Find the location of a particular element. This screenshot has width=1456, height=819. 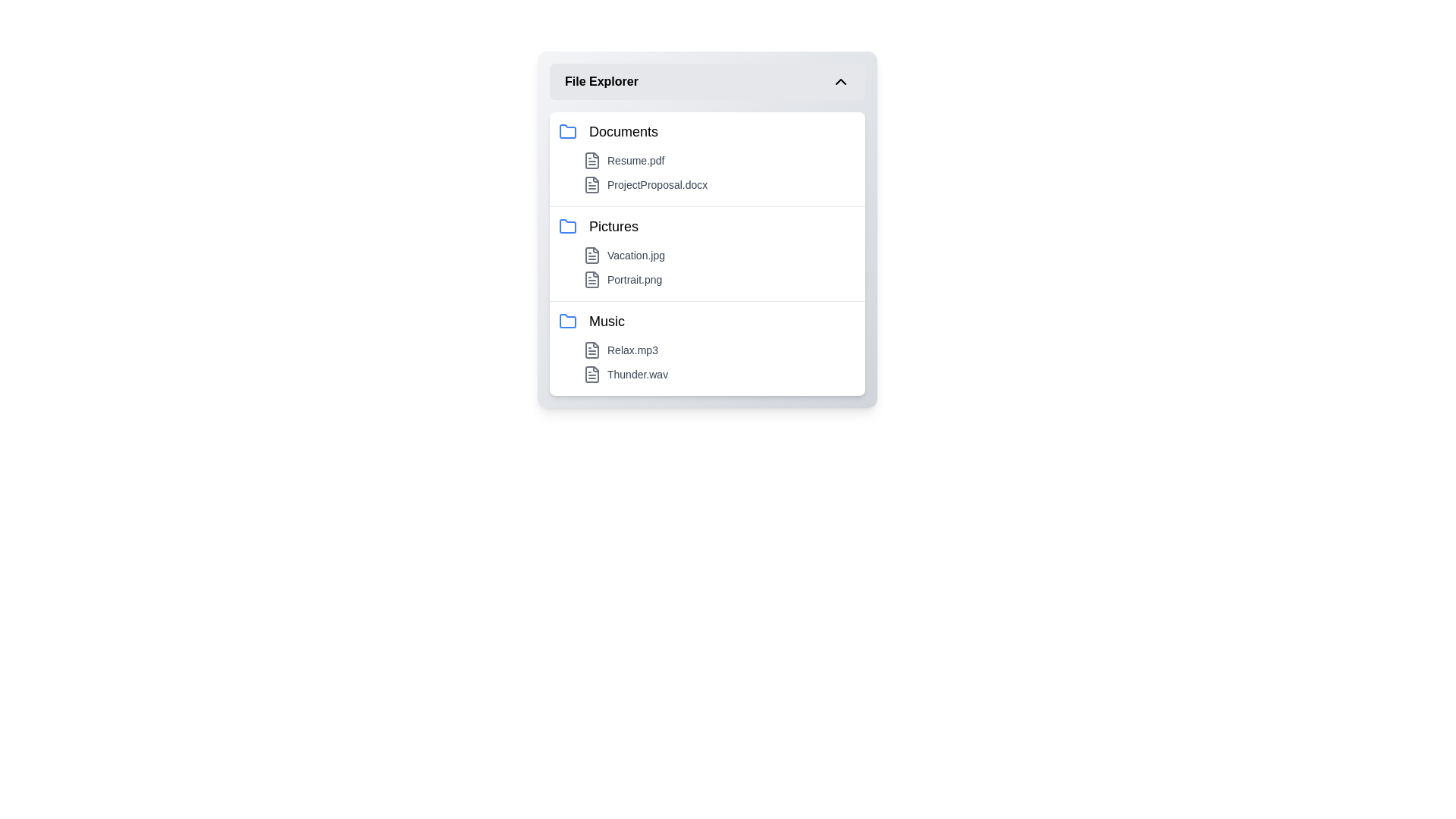

the File Explorer toggle button to expand or collapse the menu is located at coordinates (706, 82).